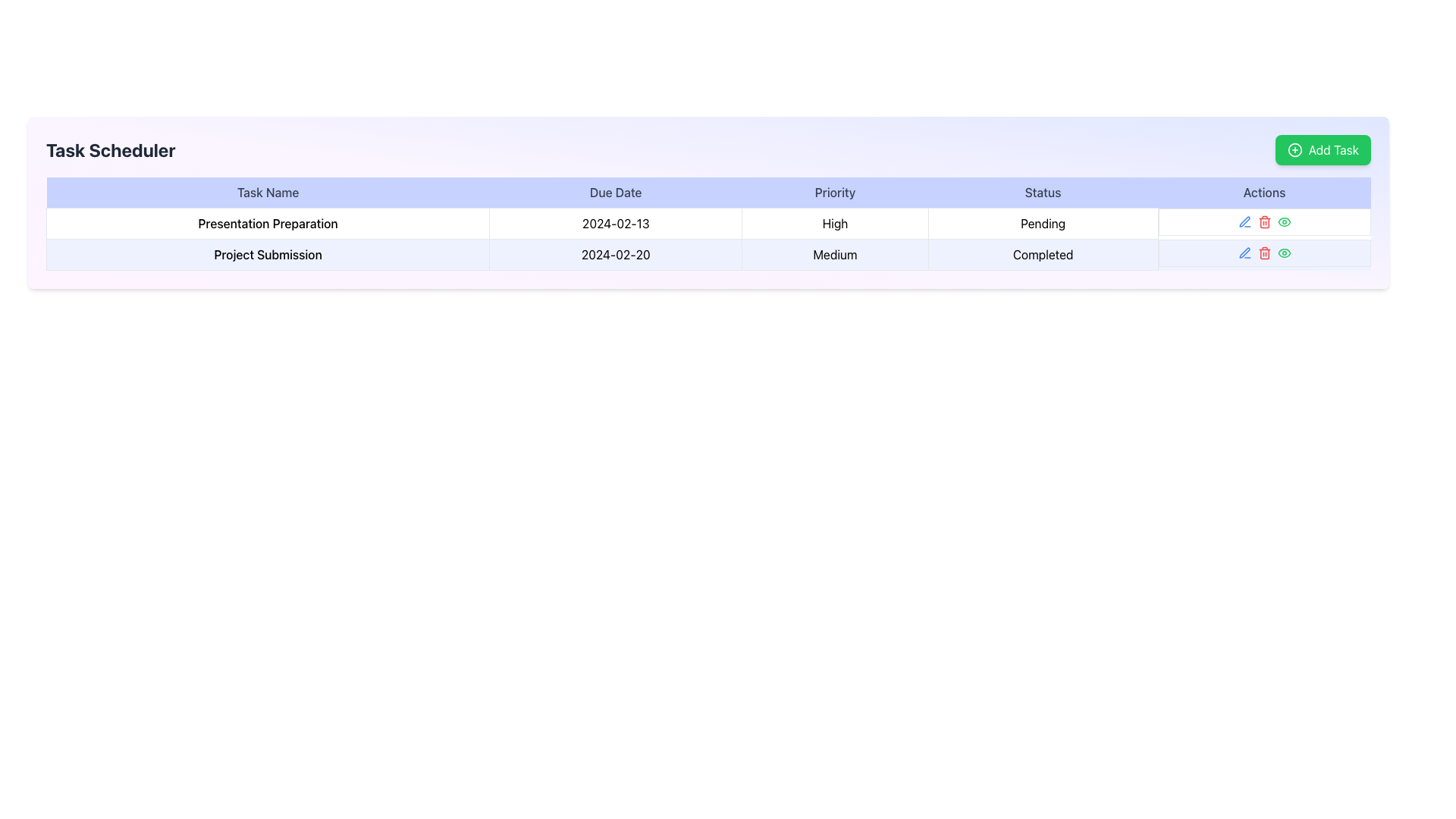 This screenshot has height=819, width=1456. What do you see at coordinates (1244, 221) in the screenshot?
I see `the pen icon located in the 'Actions' column of the second row in the task table, which is part of an edit or drawing tool set` at bounding box center [1244, 221].